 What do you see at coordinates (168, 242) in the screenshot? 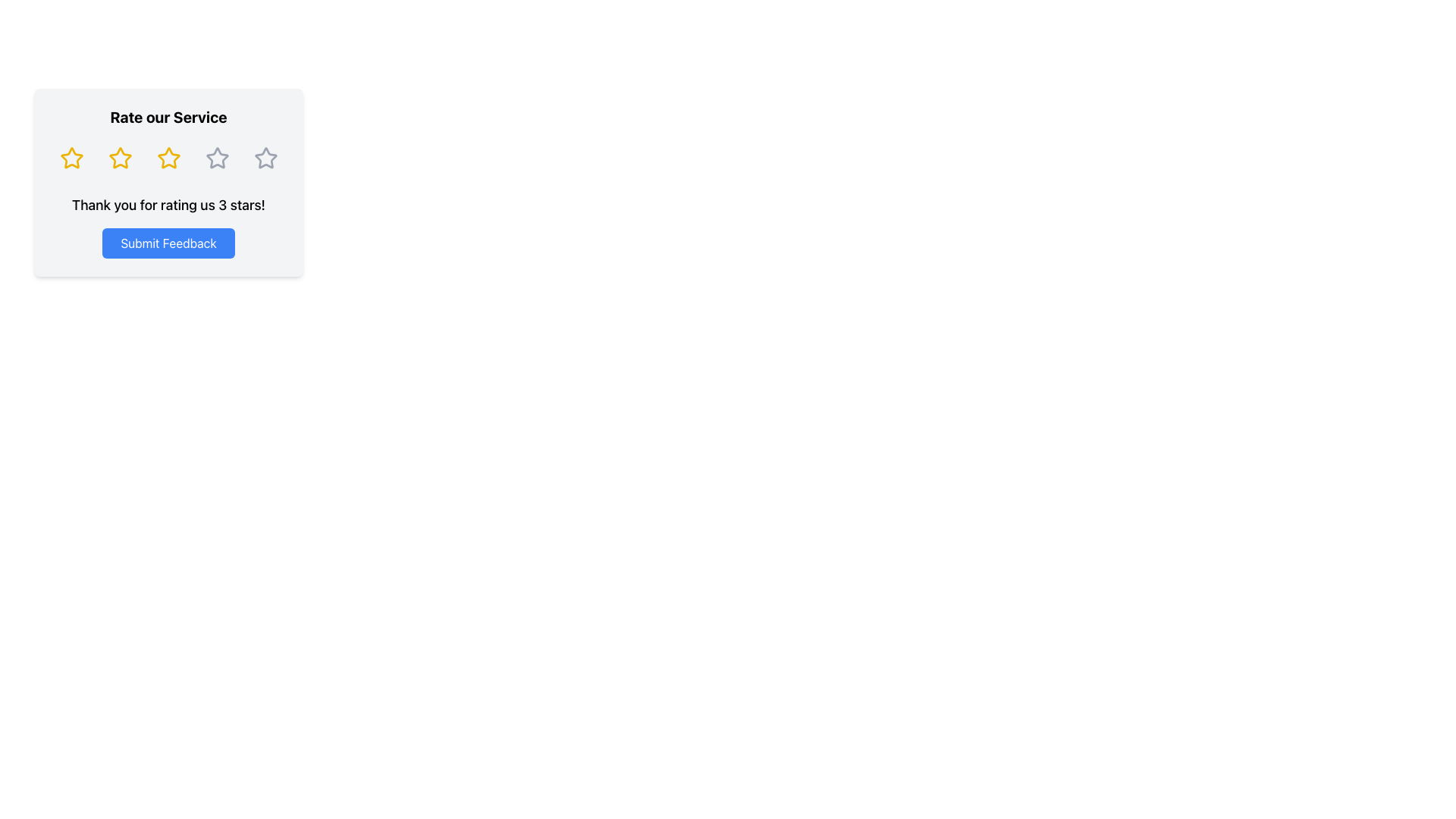
I see `the 'Submit Feedback' button, which has a blue background and rounded corners, to change its color to a darker shade` at bounding box center [168, 242].